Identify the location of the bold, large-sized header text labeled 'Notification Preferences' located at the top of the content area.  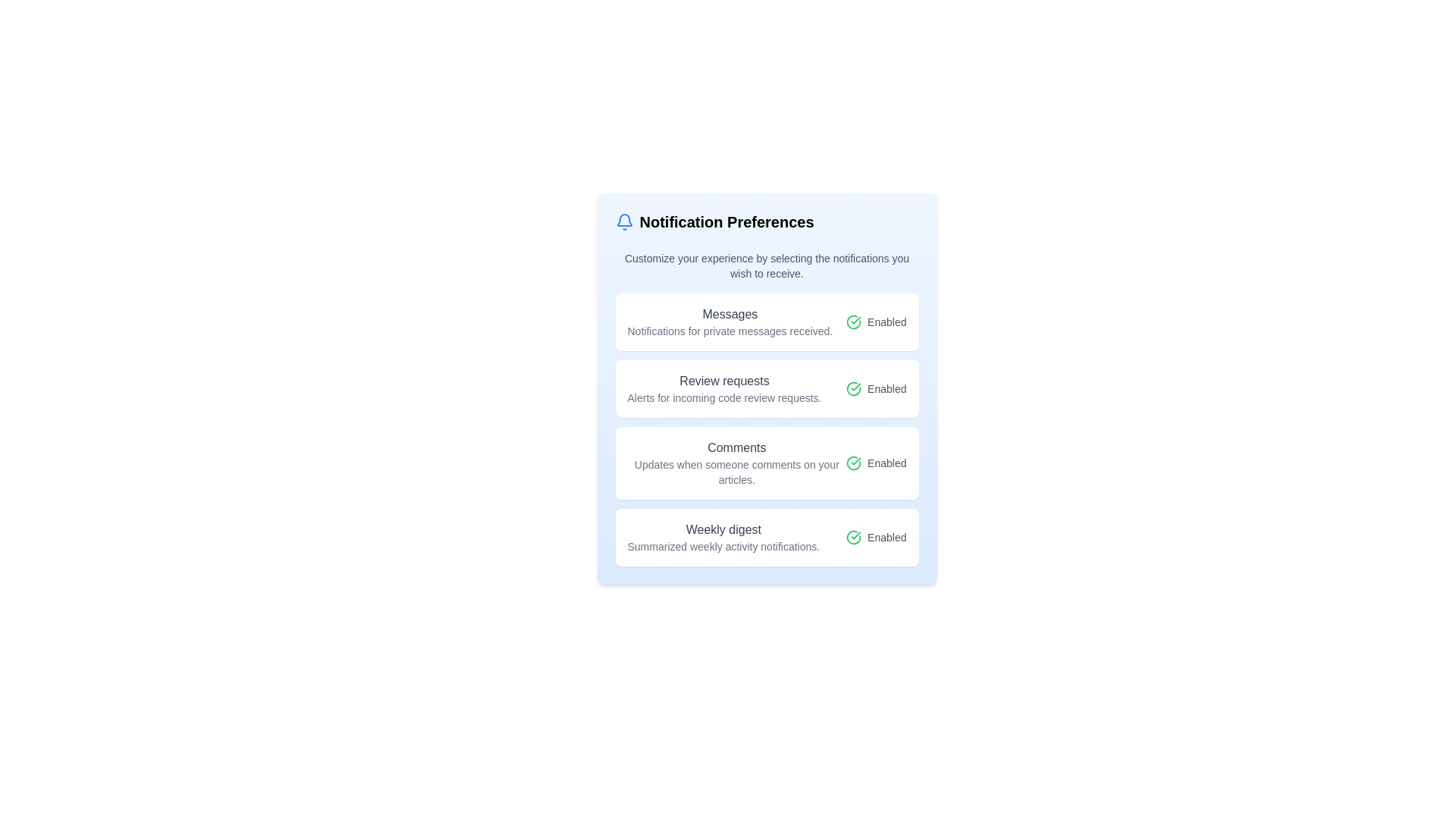
(726, 222).